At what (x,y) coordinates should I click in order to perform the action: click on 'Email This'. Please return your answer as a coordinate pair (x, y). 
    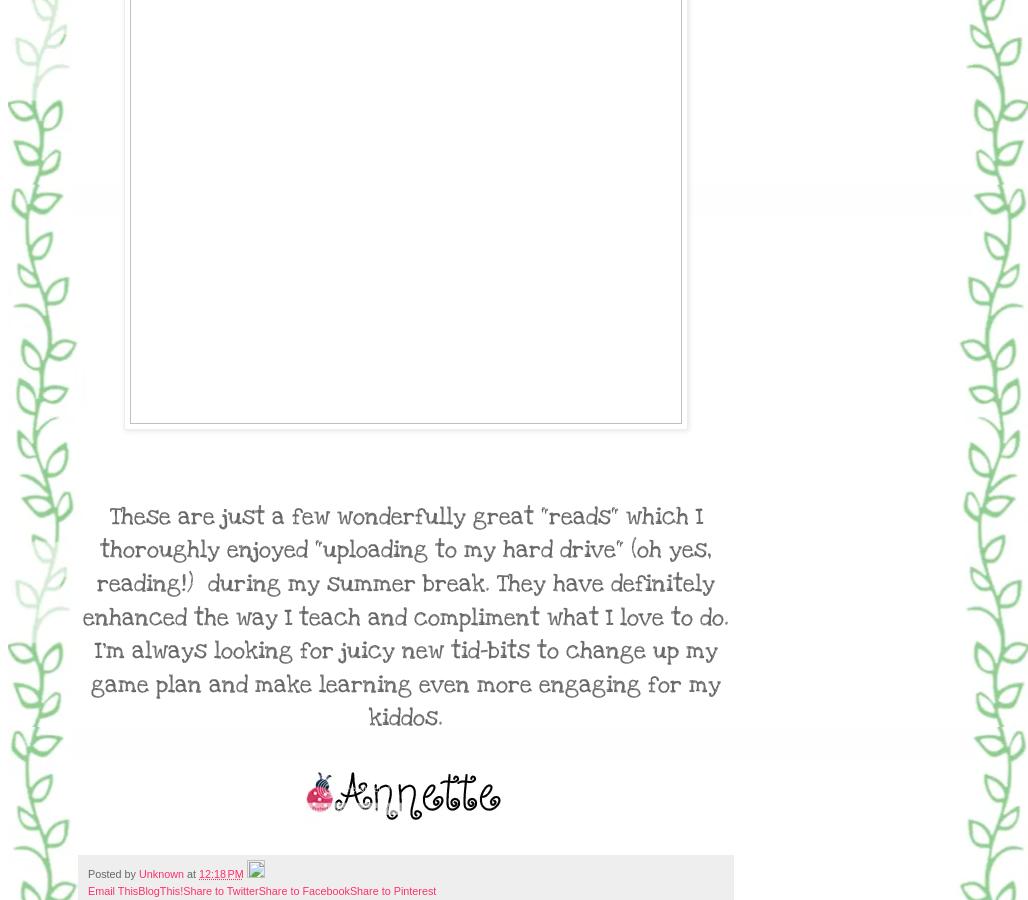
    Looking at the image, I should click on (111, 891).